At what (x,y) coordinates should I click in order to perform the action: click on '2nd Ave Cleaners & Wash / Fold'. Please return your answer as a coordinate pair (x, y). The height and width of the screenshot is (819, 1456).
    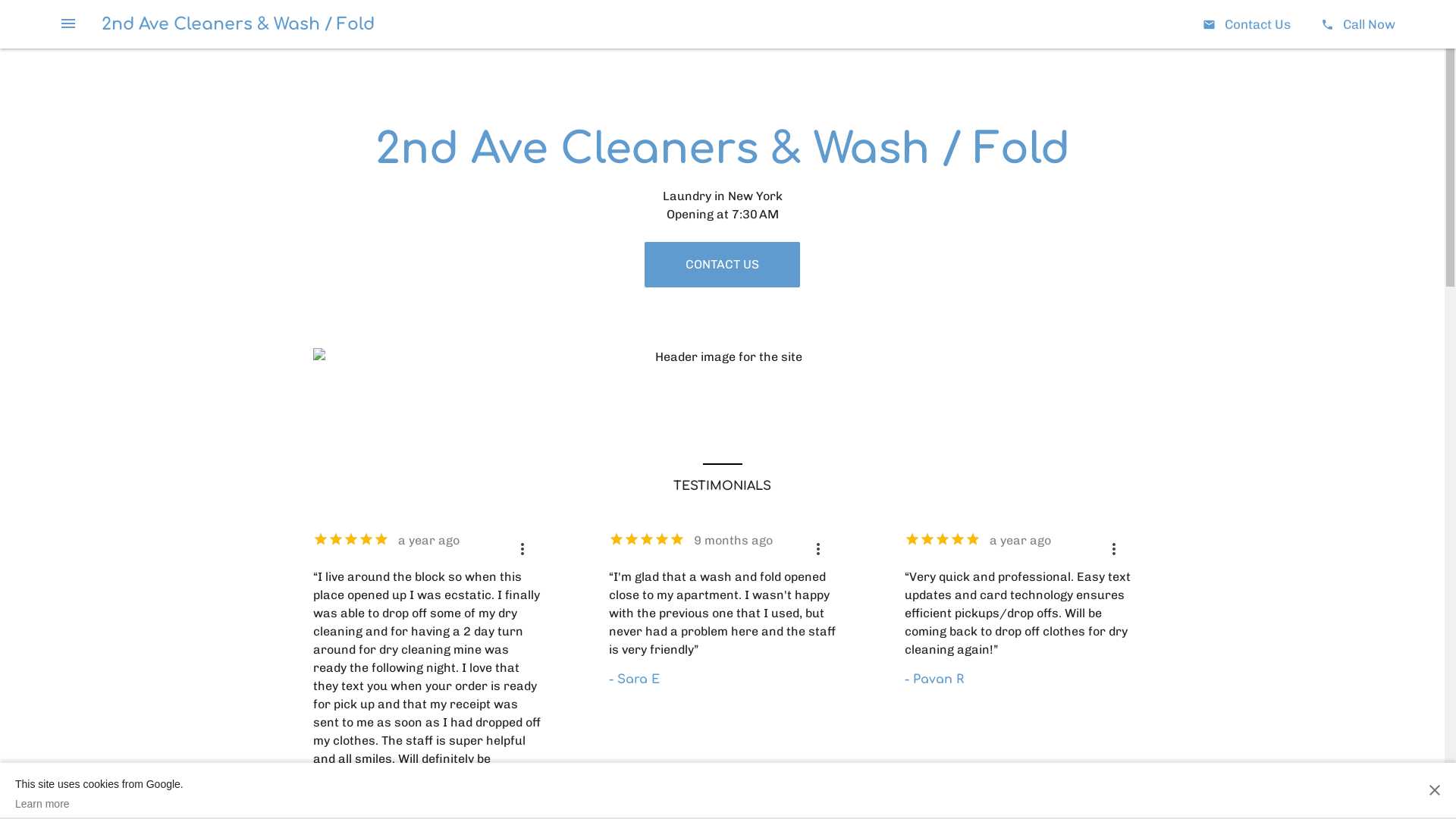
    Looking at the image, I should click on (237, 24).